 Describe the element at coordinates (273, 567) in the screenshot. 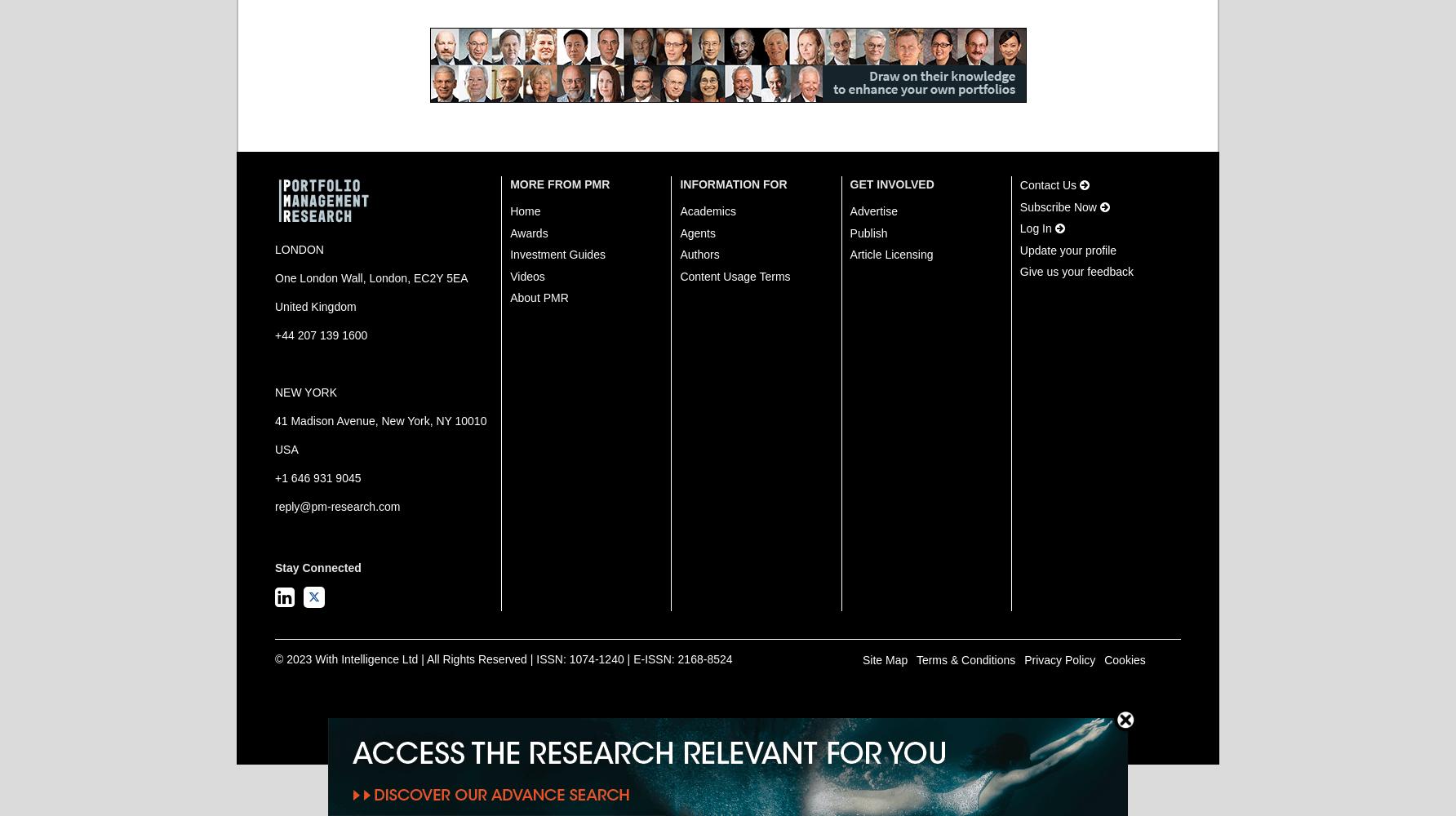

I see `'Stay Connected'` at that location.